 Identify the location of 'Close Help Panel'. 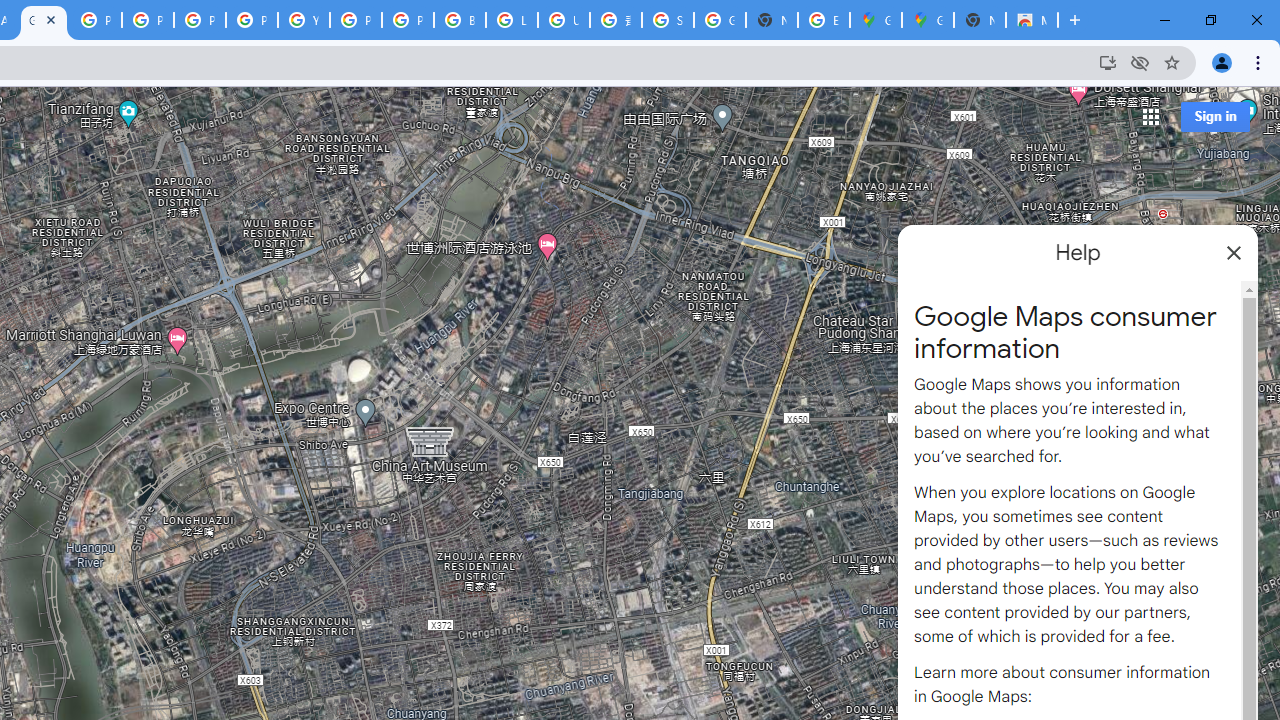
(1233, 252).